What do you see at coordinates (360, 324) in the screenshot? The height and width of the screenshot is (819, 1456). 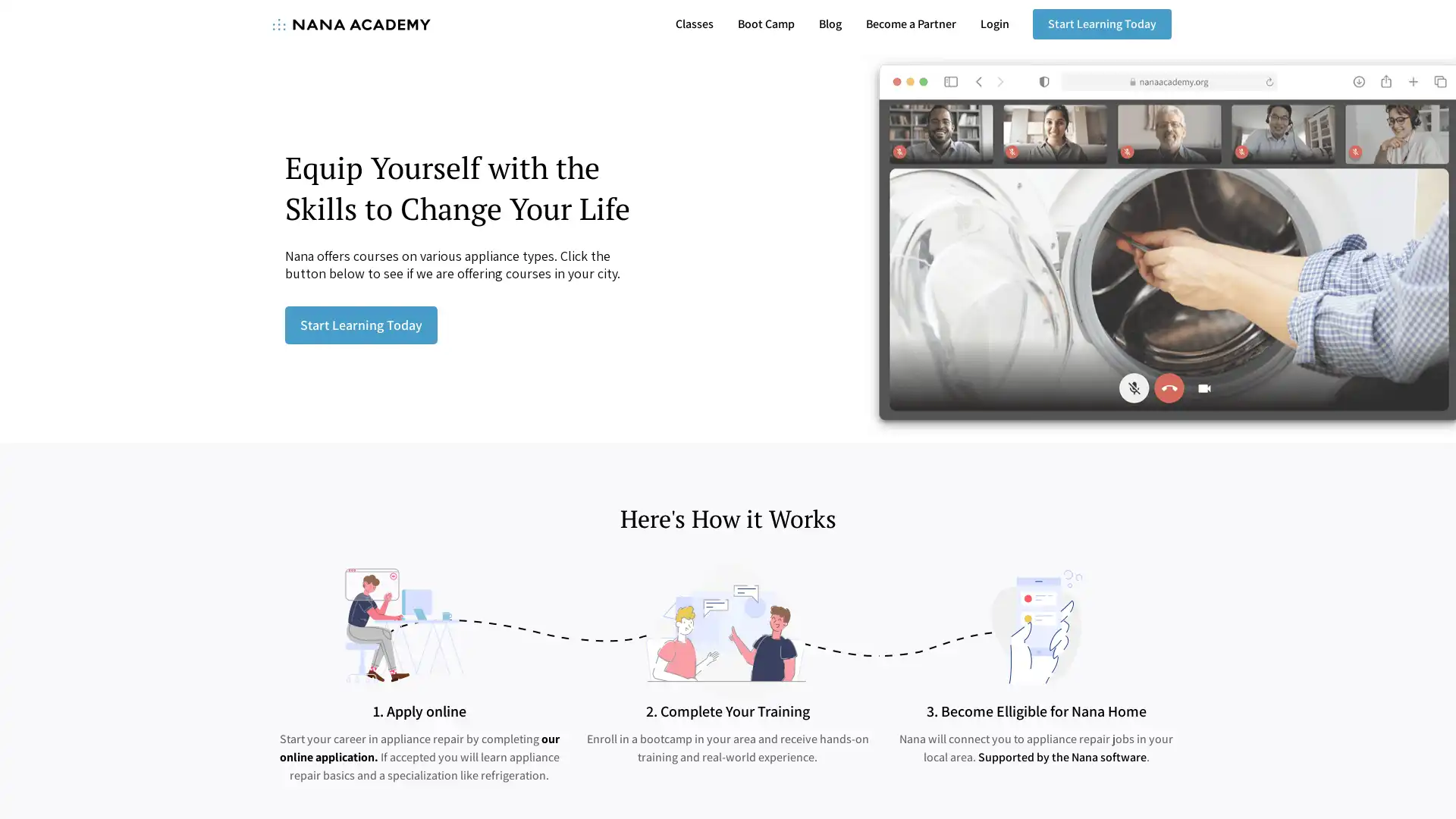 I see `Start Learning Today` at bounding box center [360, 324].